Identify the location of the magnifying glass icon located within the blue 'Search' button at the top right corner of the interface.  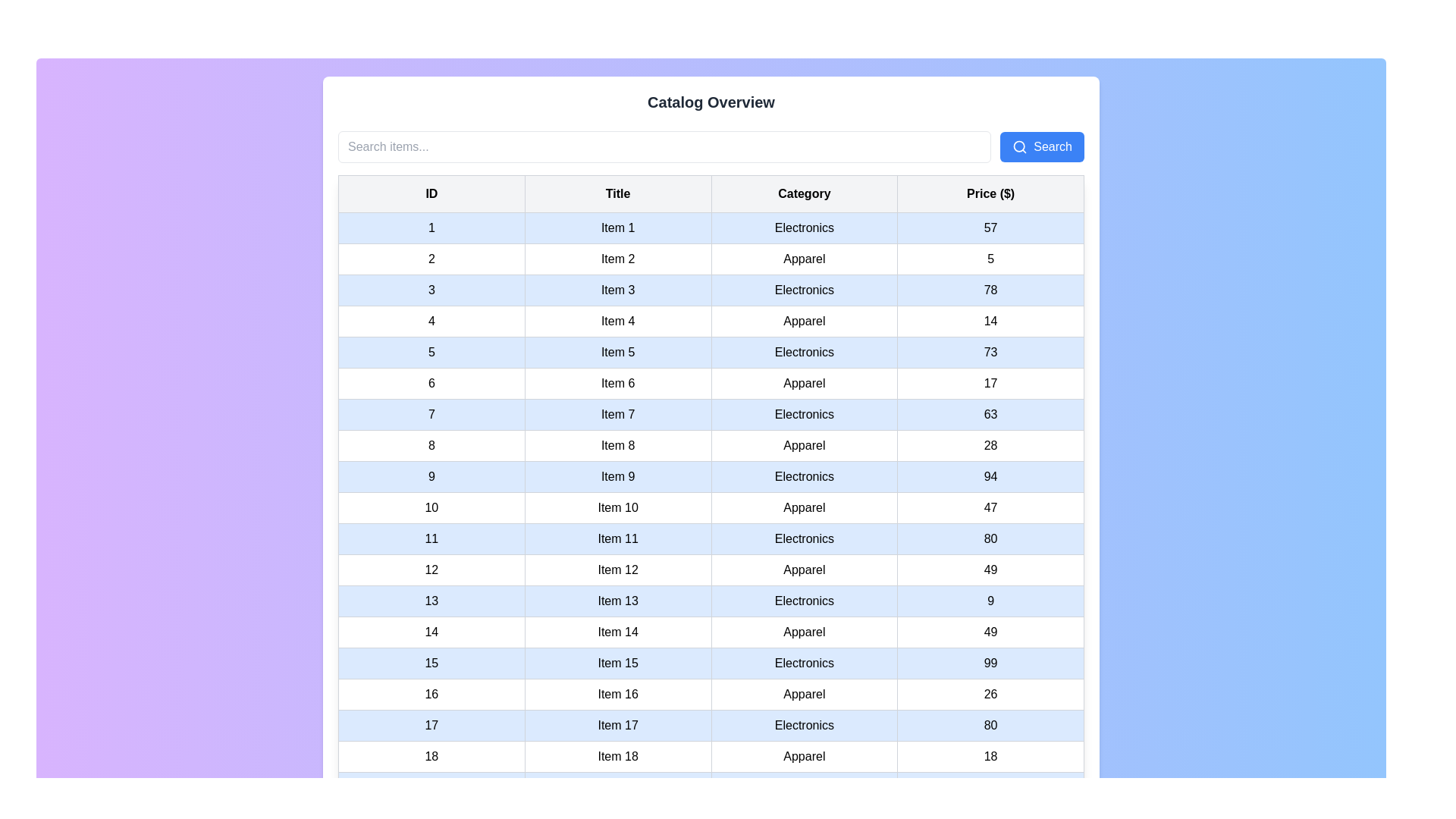
(1020, 146).